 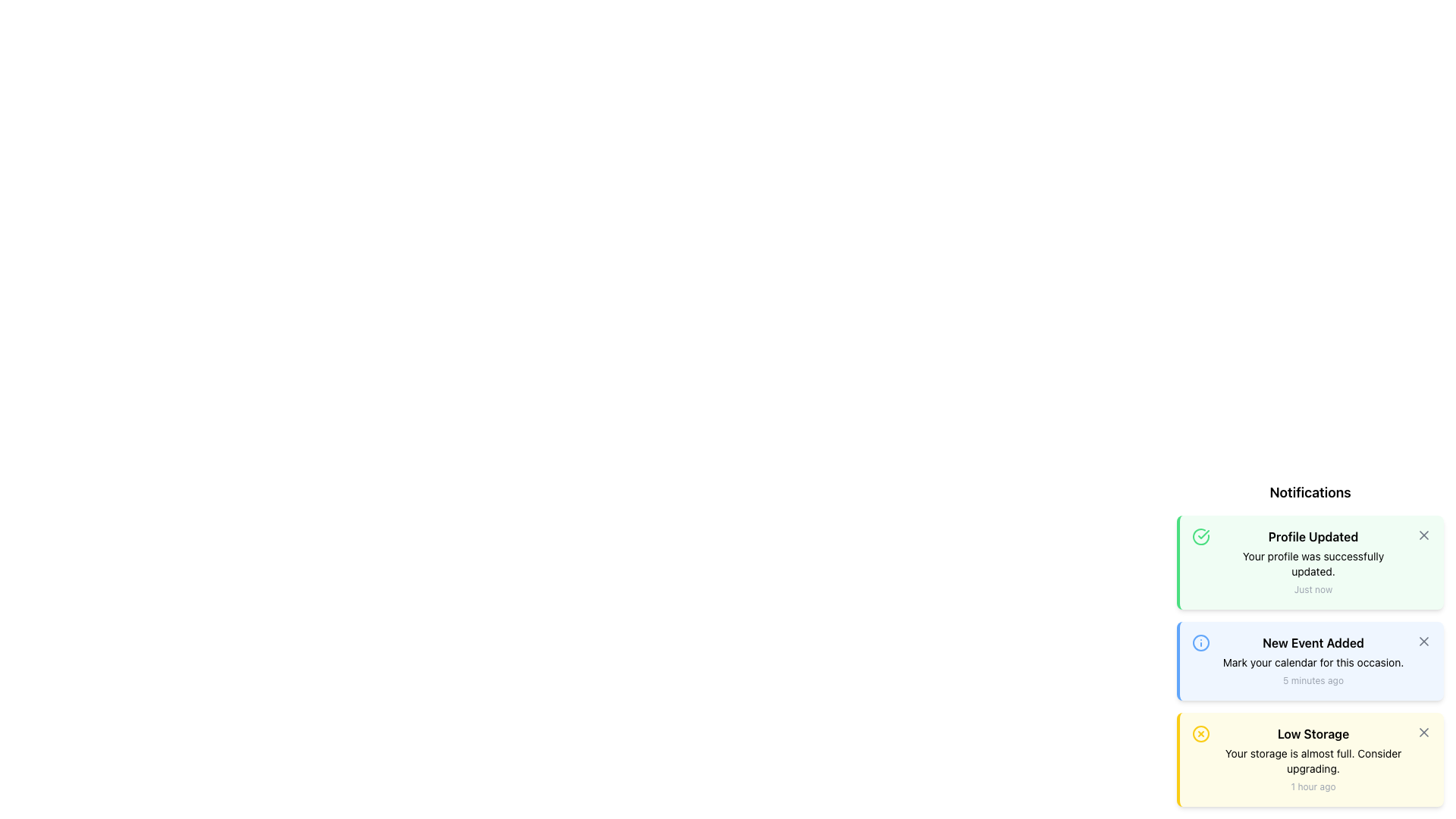 I want to click on the dismiss button located in the top-right corner of the 'New Event Added' notification card, so click(x=1423, y=641).